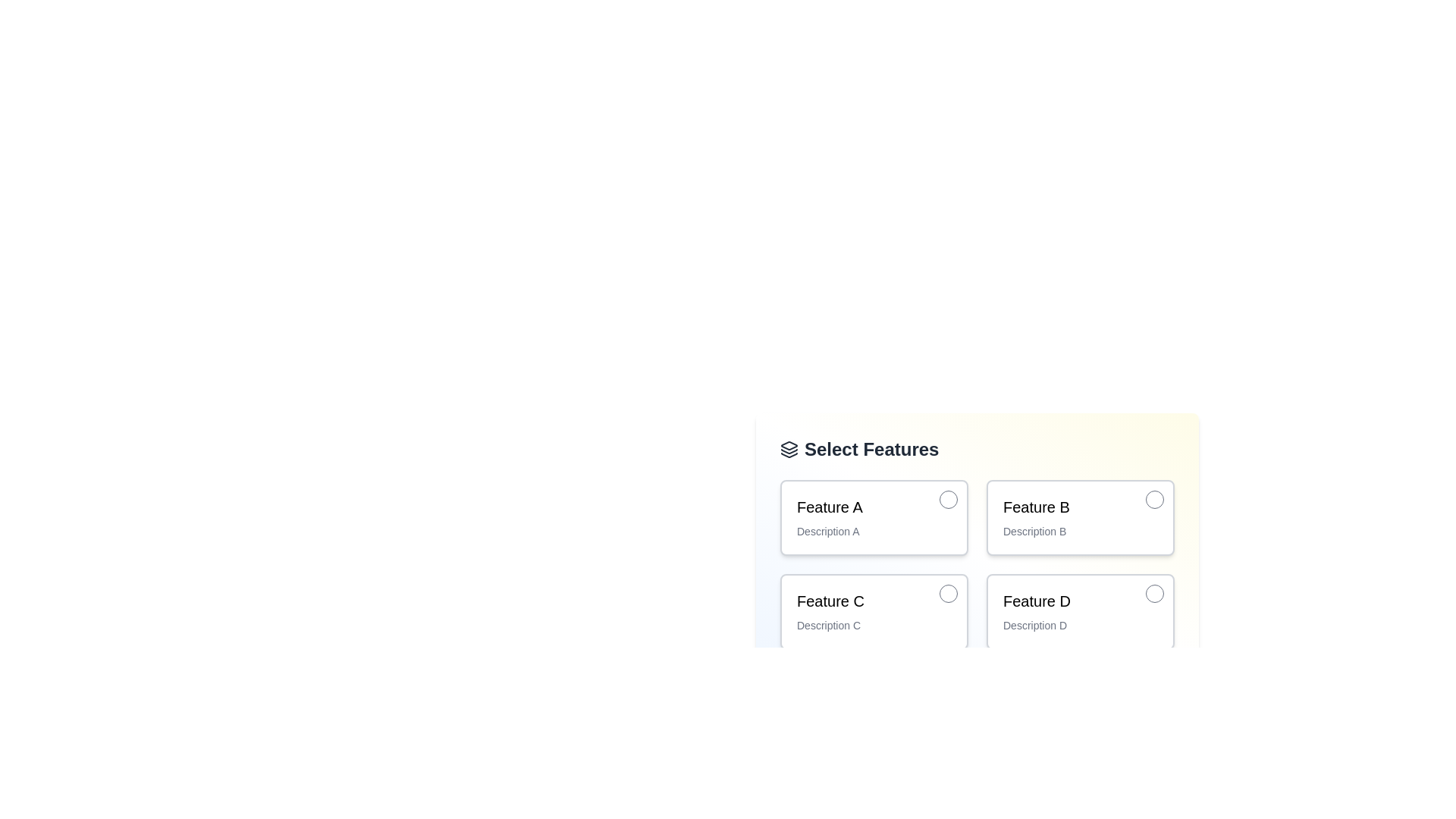  What do you see at coordinates (1153, 500) in the screenshot?
I see `the small circular button with a white background and gray border located in the top-right corner of 'Feature B' and 'Description B'` at bounding box center [1153, 500].